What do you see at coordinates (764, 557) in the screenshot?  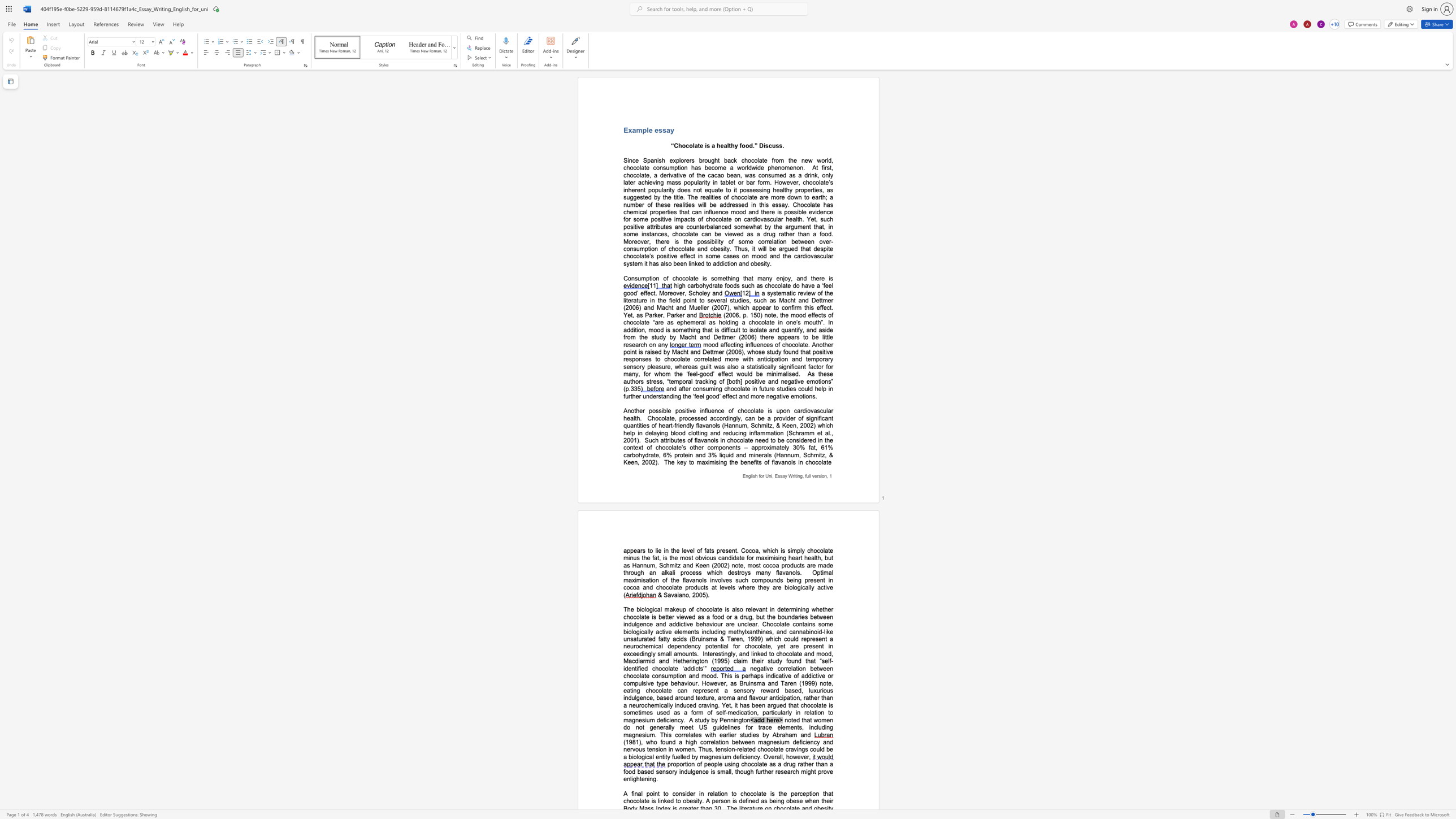 I see `the space between the continuous character "a" and "x" in the text` at bounding box center [764, 557].